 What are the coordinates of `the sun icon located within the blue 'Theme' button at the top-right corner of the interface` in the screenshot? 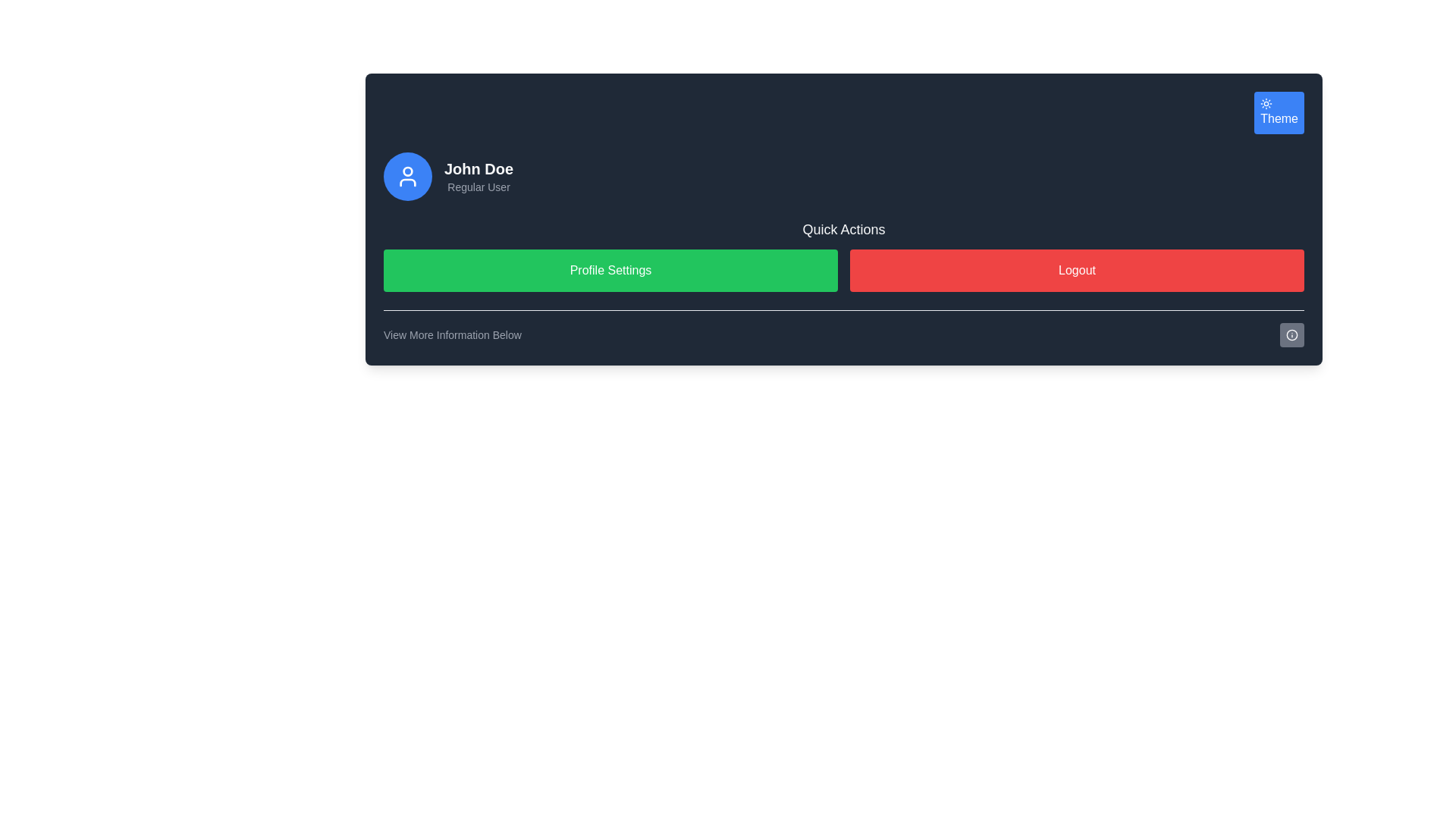 It's located at (1266, 103).